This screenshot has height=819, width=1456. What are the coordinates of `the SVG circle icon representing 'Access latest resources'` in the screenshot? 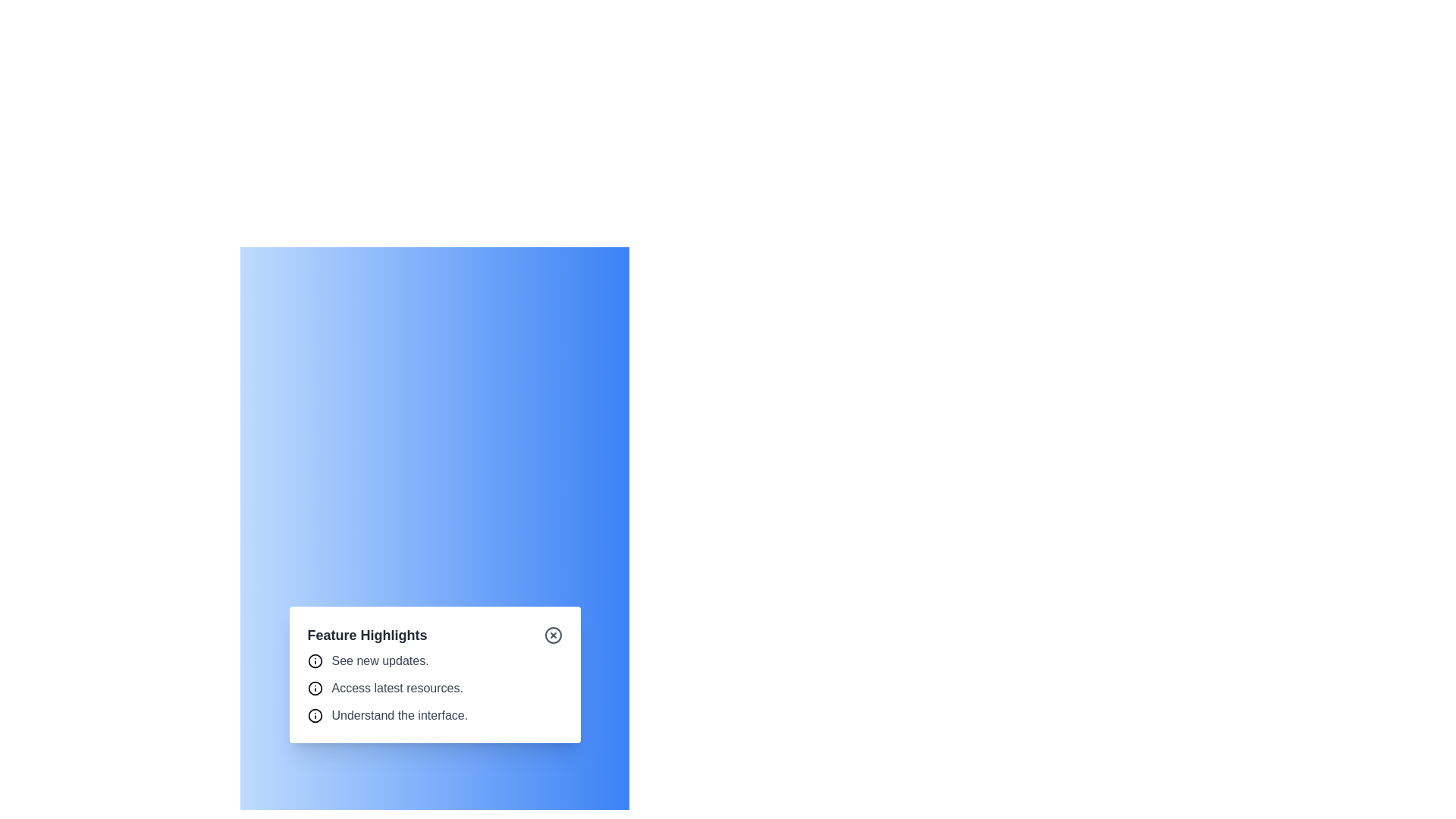 It's located at (314, 688).